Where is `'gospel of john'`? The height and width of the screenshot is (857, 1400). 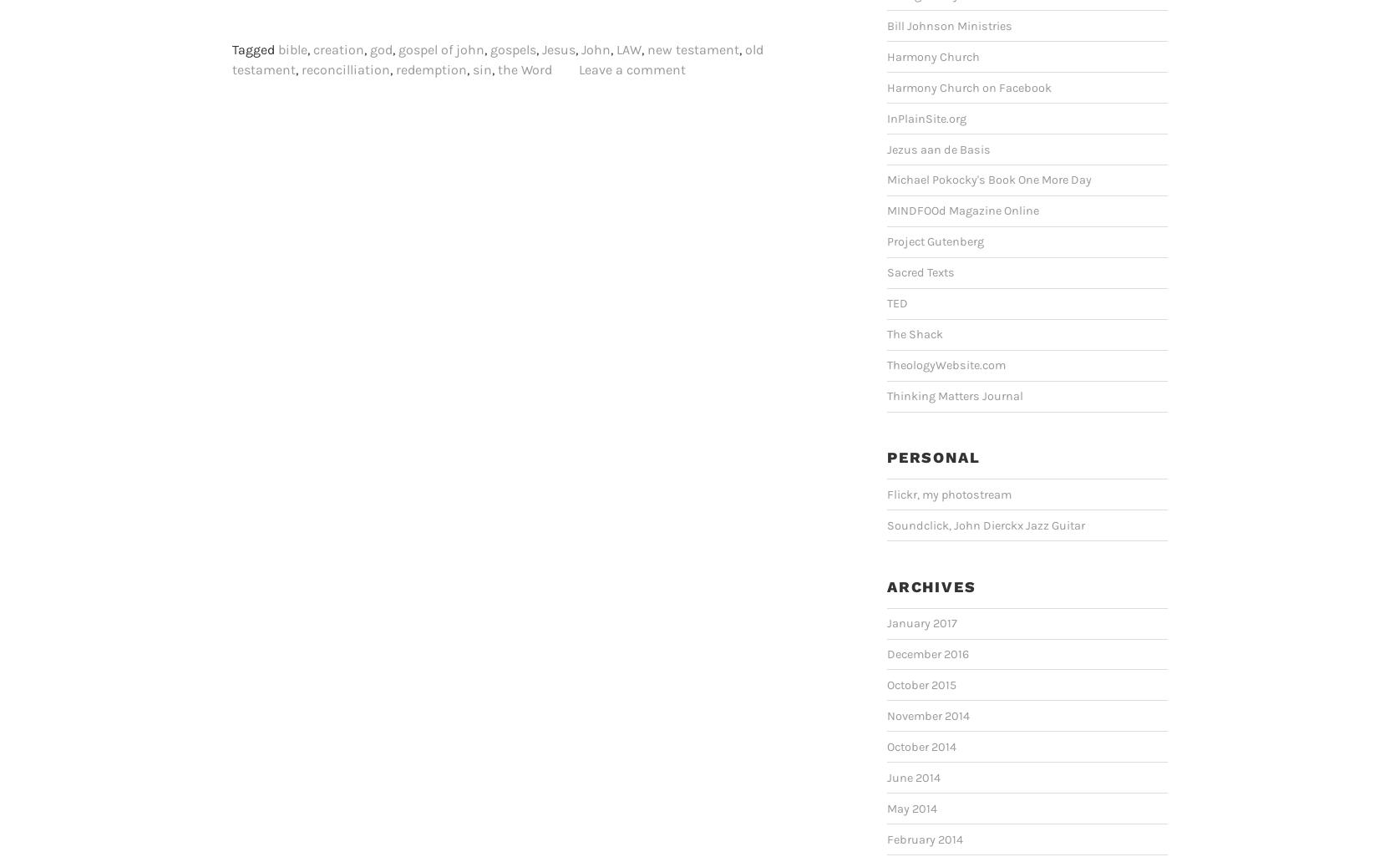
'gospel of john' is located at coordinates (441, 48).